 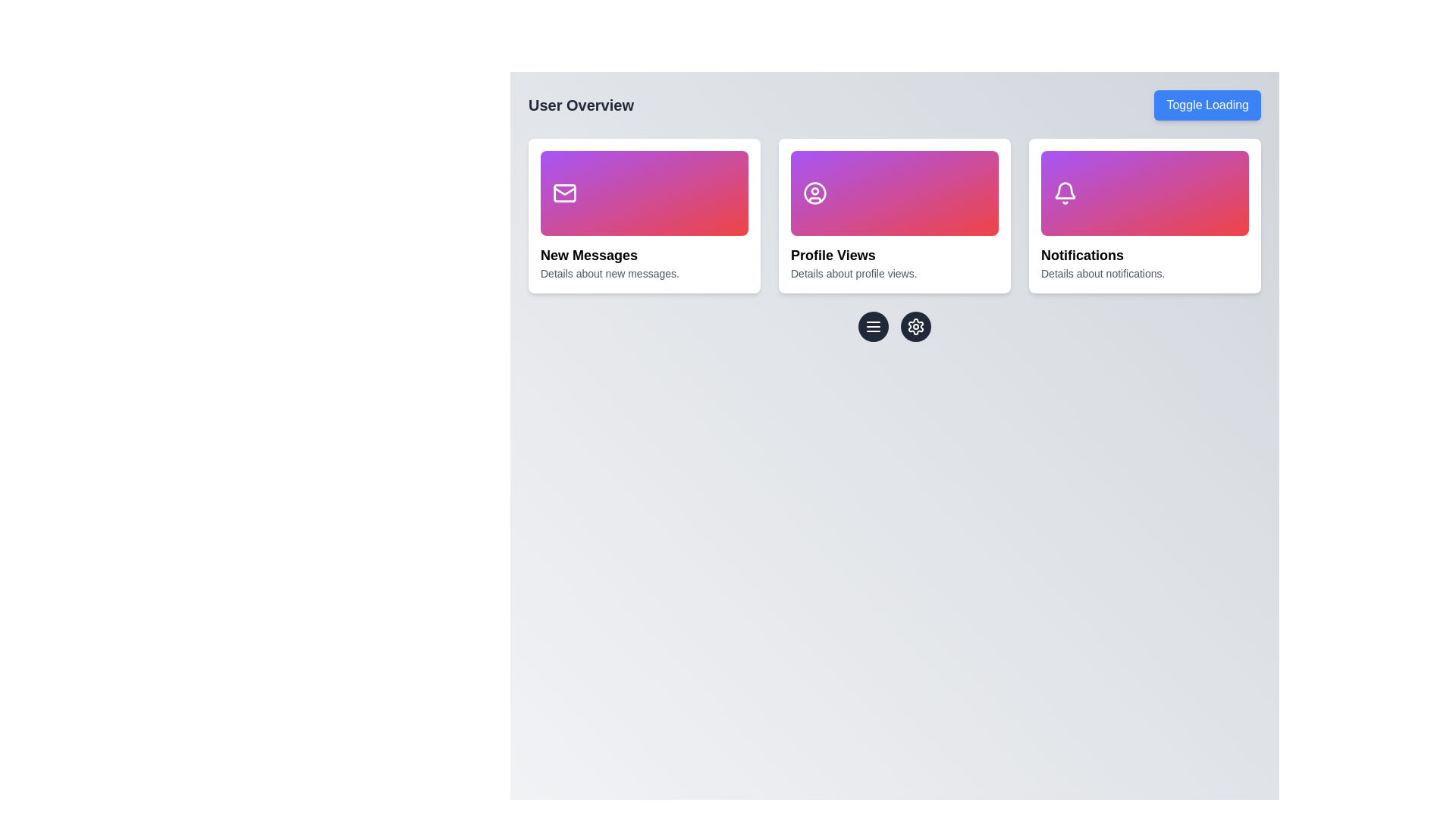 What do you see at coordinates (874, 326) in the screenshot?
I see `the horizontally-oriented triple-line menu icon button, which is styled with three evenly spaced horizontal lines in white against a black circular background, located centrally below the cards labeled 'New Messages', 'Profile Views', and 'Notifications'` at bounding box center [874, 326].